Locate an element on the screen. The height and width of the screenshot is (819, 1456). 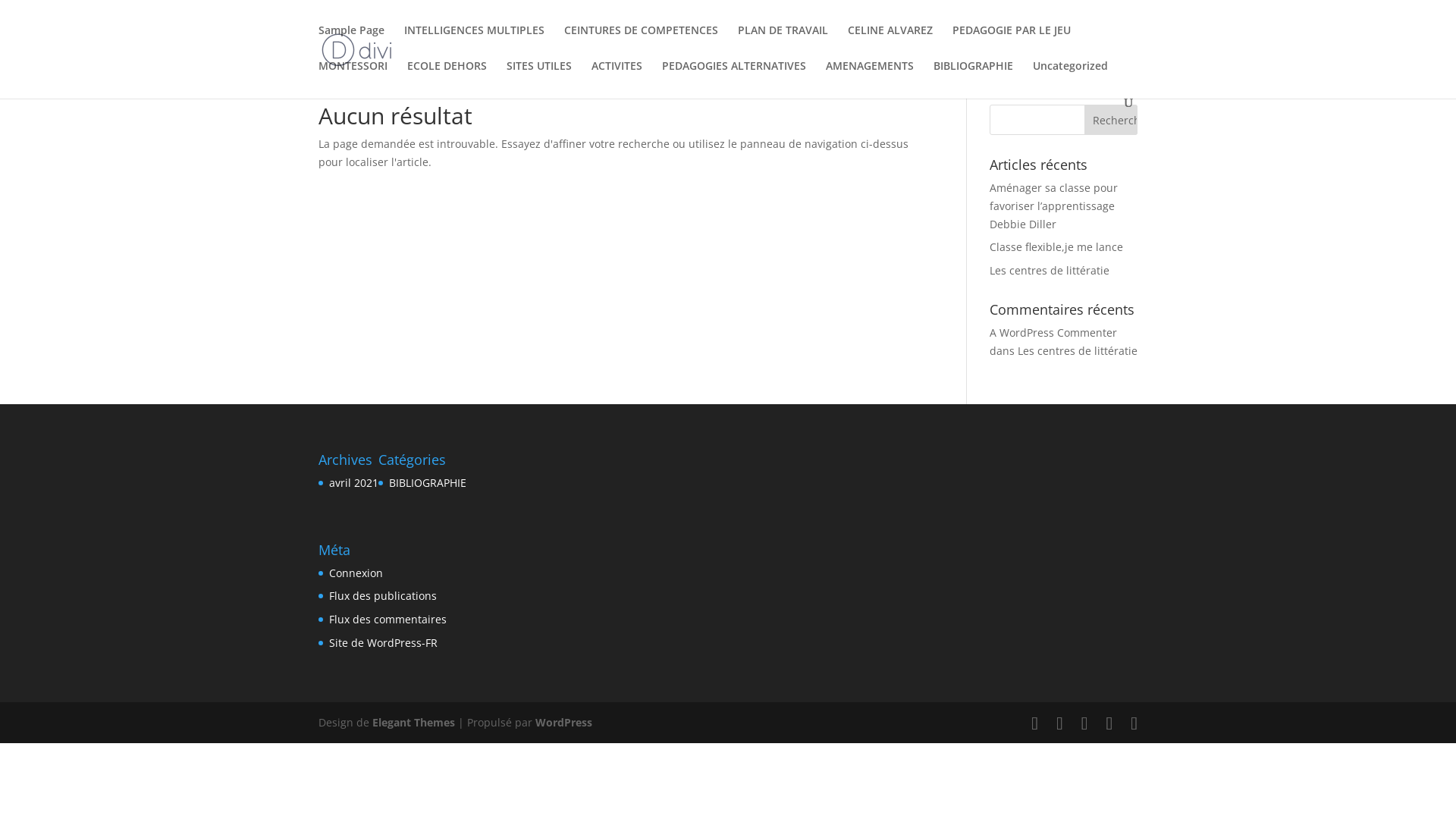
'MONTESSORI' is located at coordinates (352, 78).